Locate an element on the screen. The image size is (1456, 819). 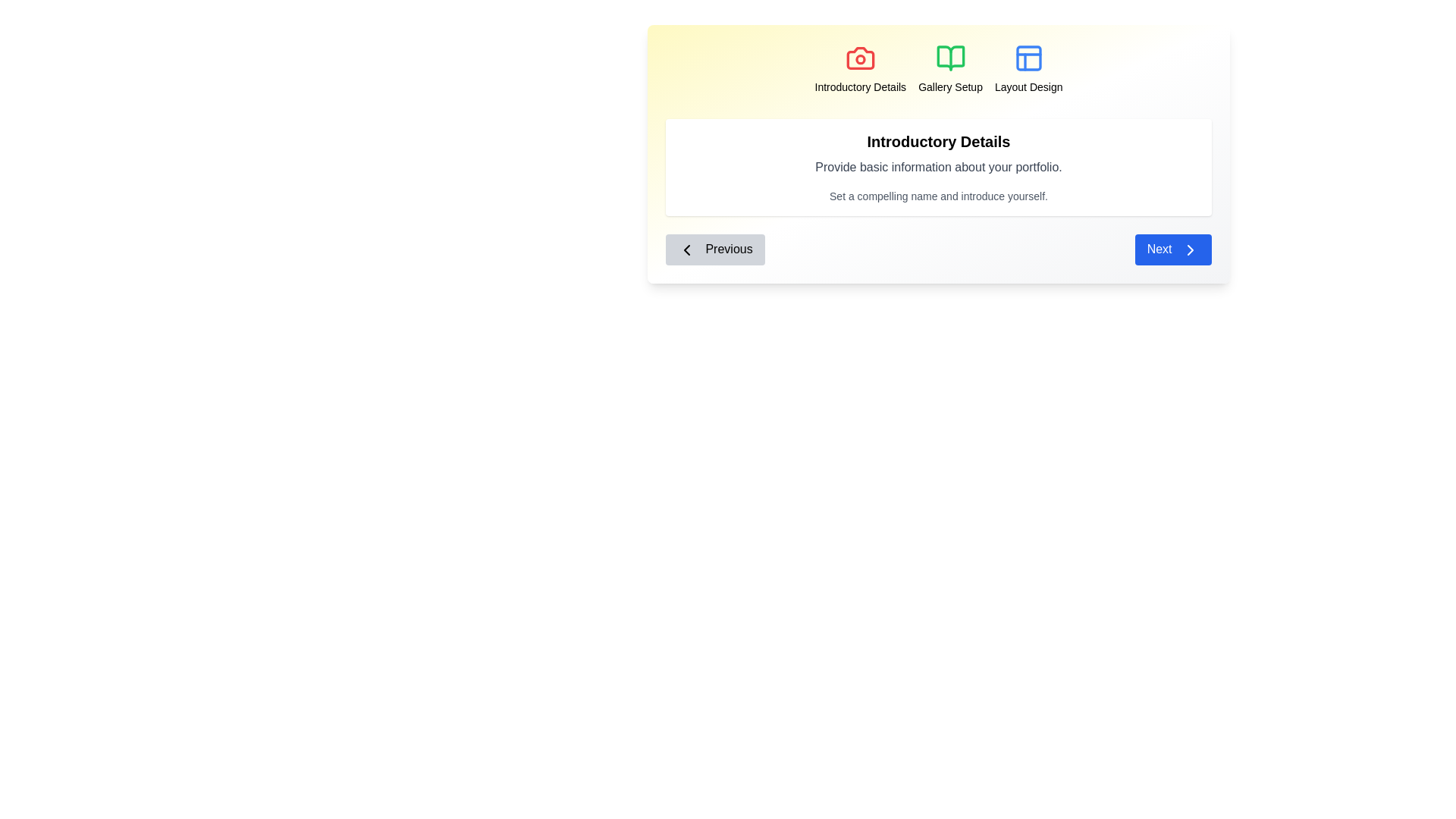
the right-facing chevron icon inside the blue 'Next' button is located at coordinates (1189, 248).